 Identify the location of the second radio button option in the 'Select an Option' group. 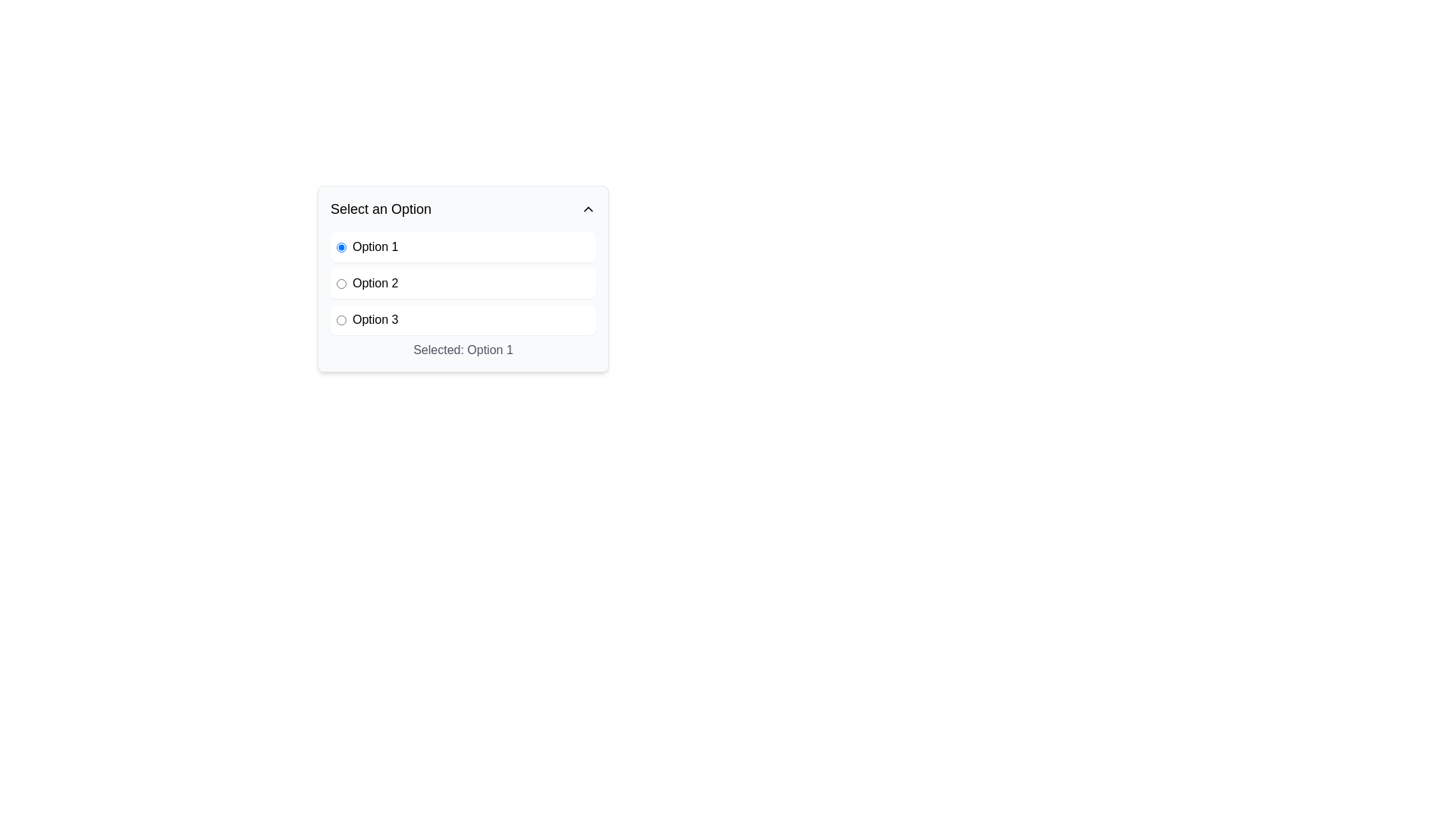
(462, 284).